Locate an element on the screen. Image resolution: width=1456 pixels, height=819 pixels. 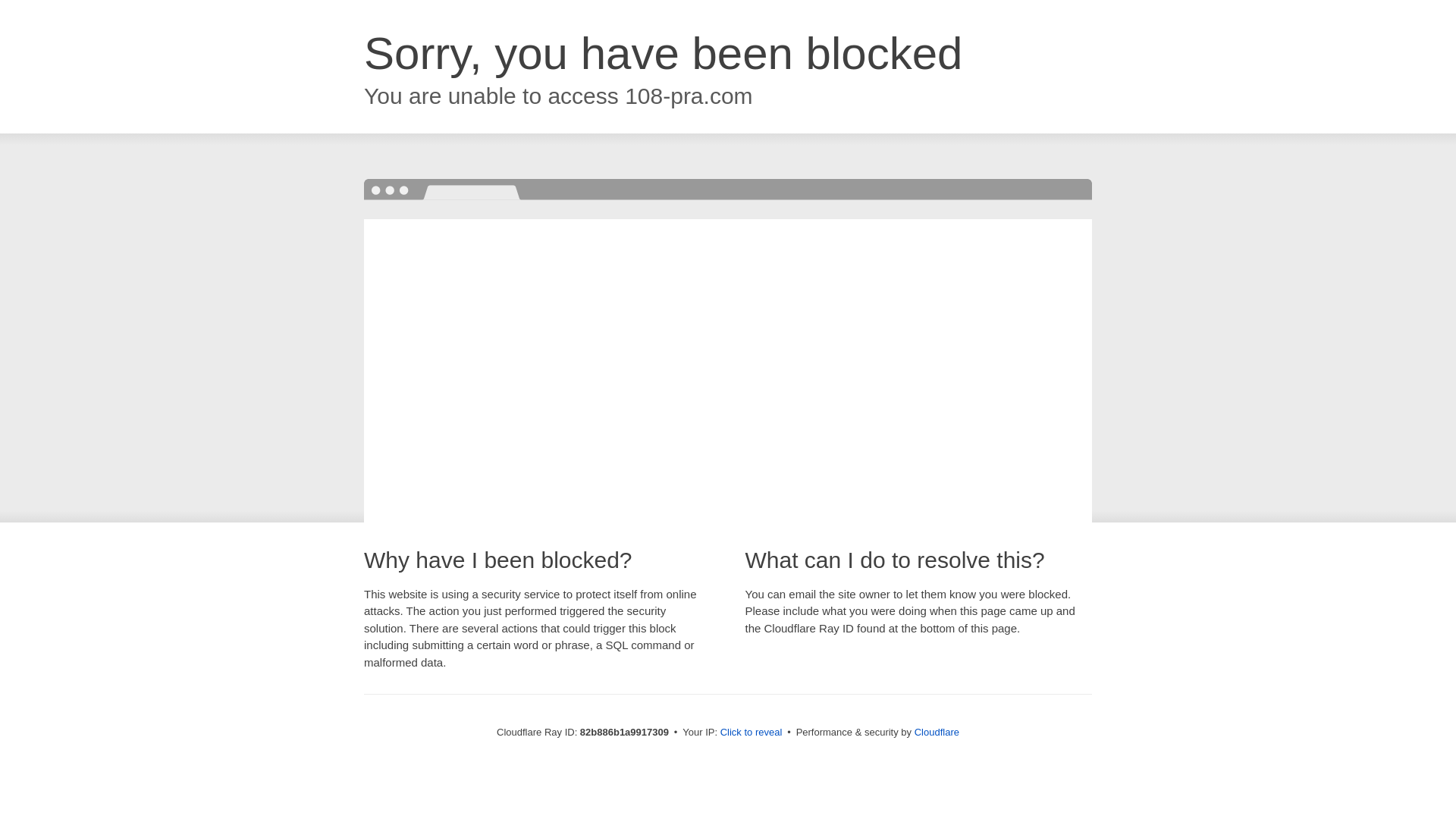
'Click to reveal' is located at coordinates (751, 731).